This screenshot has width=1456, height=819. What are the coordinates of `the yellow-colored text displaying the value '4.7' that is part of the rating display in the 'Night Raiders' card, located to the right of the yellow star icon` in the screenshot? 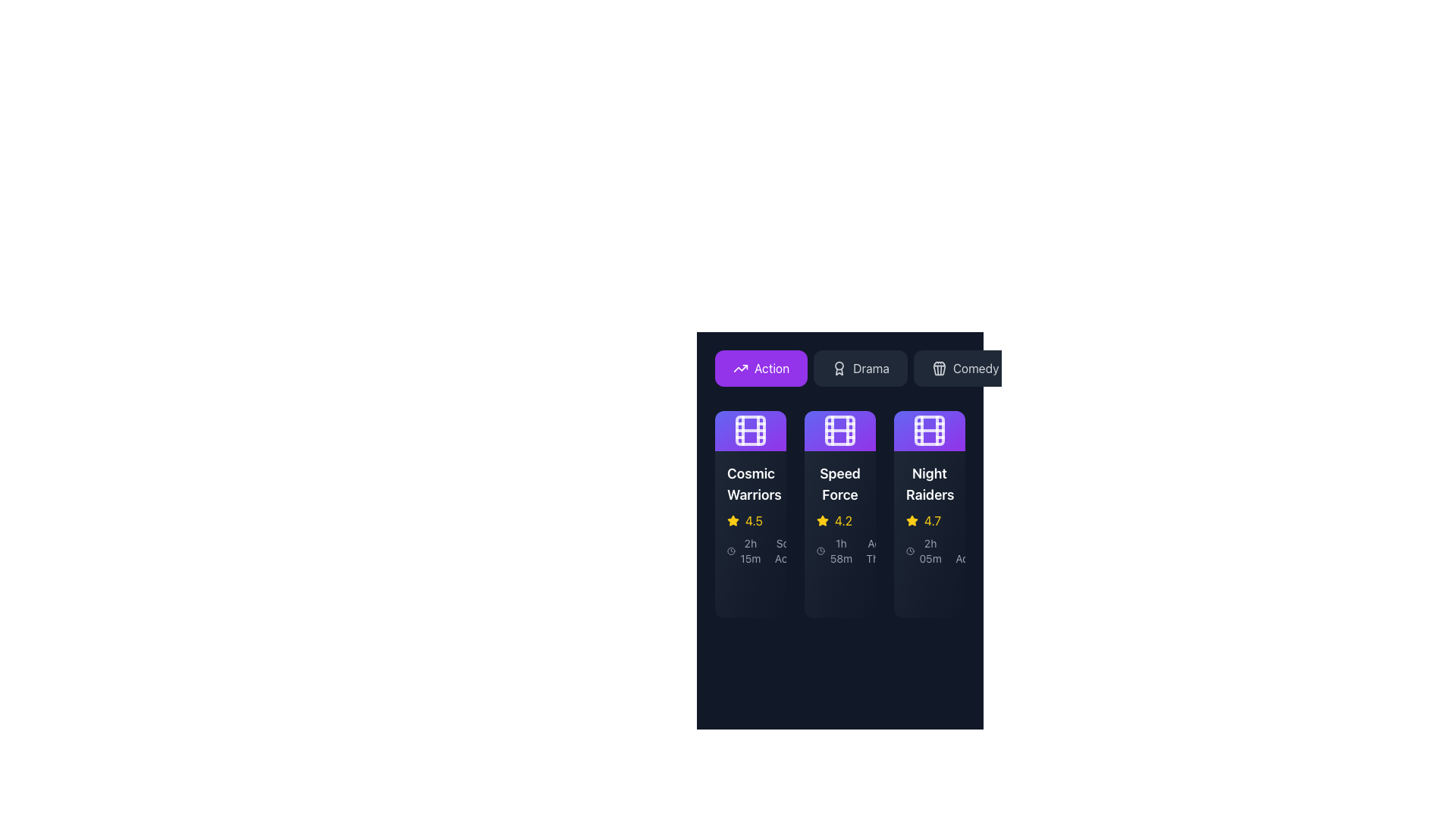 It's located at (932, 519).